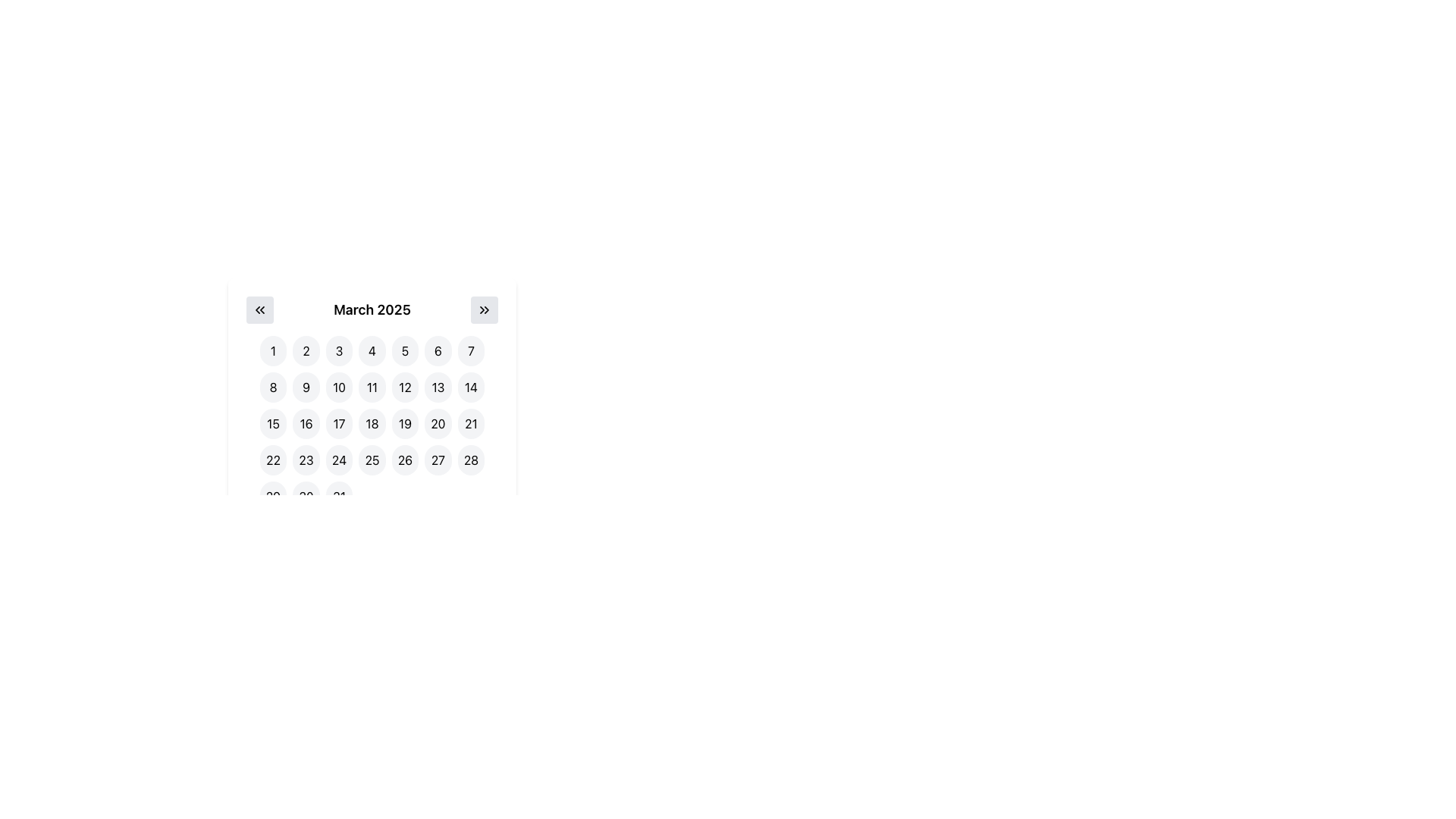 Image resolution: width=1456 pixels, height=819 pixels. I want to click on the selectable date button representing the 14th of March 2025 in the calendar interface to change its background color, so click(470, 386).